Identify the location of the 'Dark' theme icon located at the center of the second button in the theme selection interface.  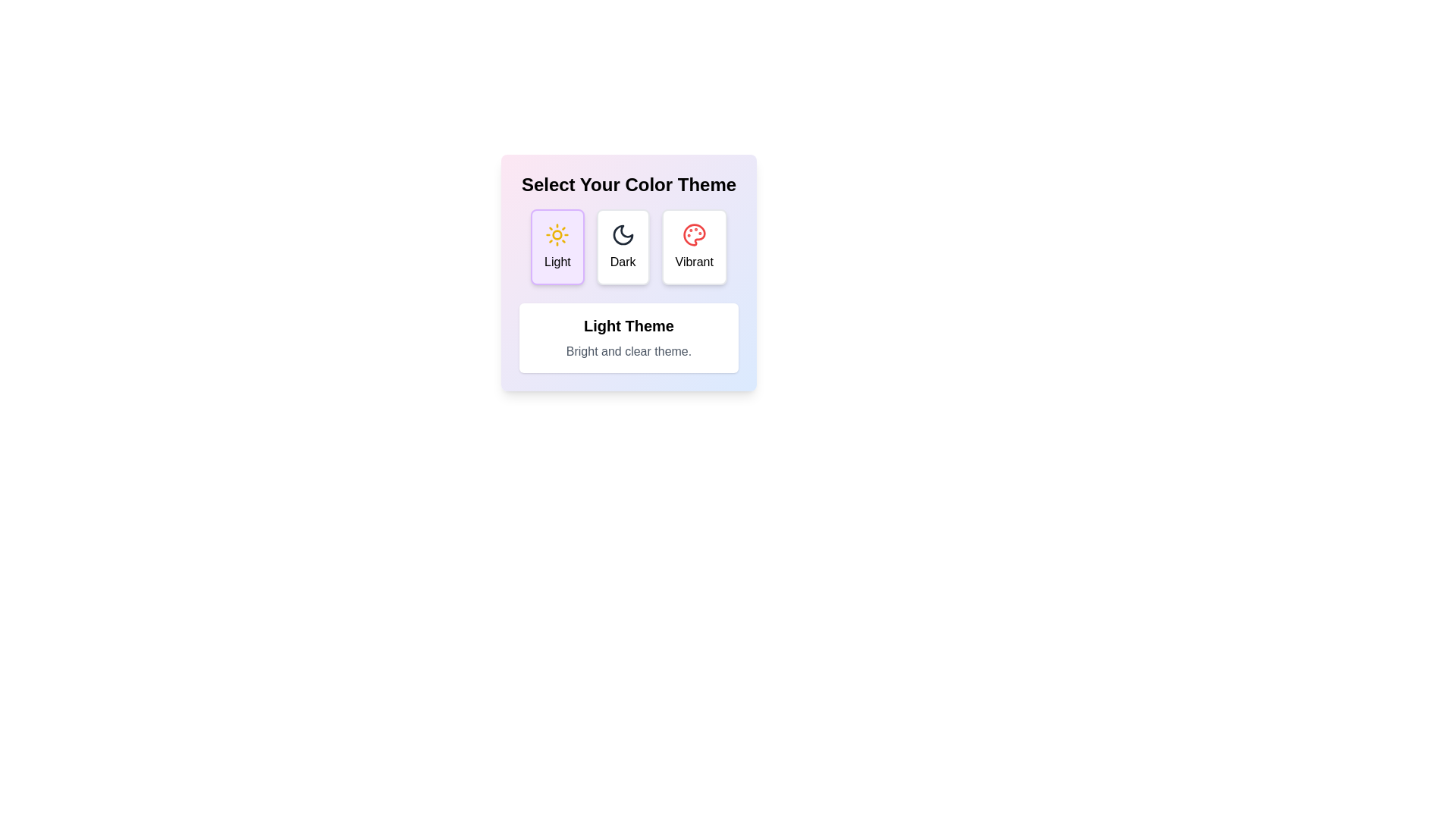
(623, 234).